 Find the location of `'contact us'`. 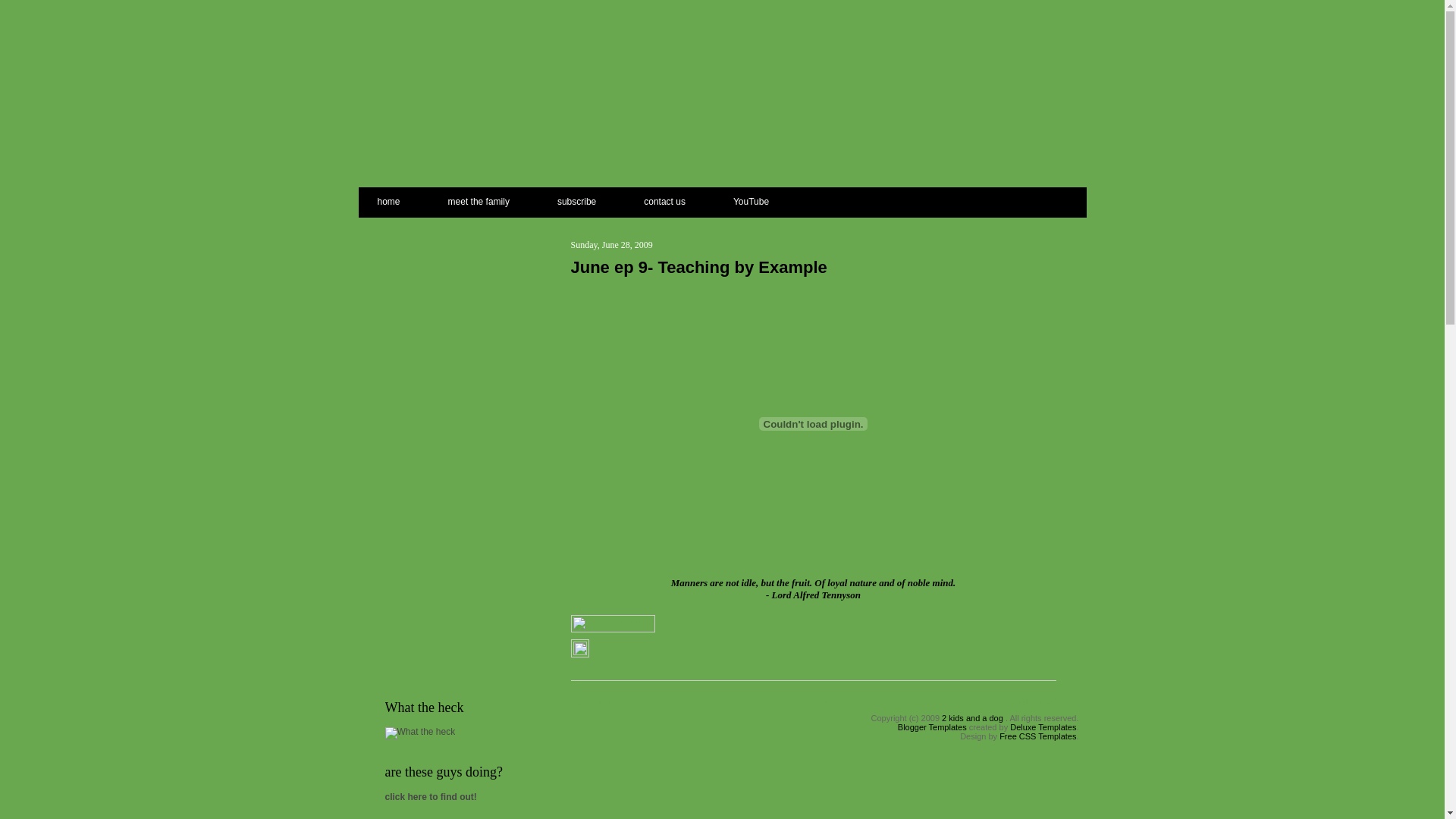

'contact us' is located at coordinates (664, 198).